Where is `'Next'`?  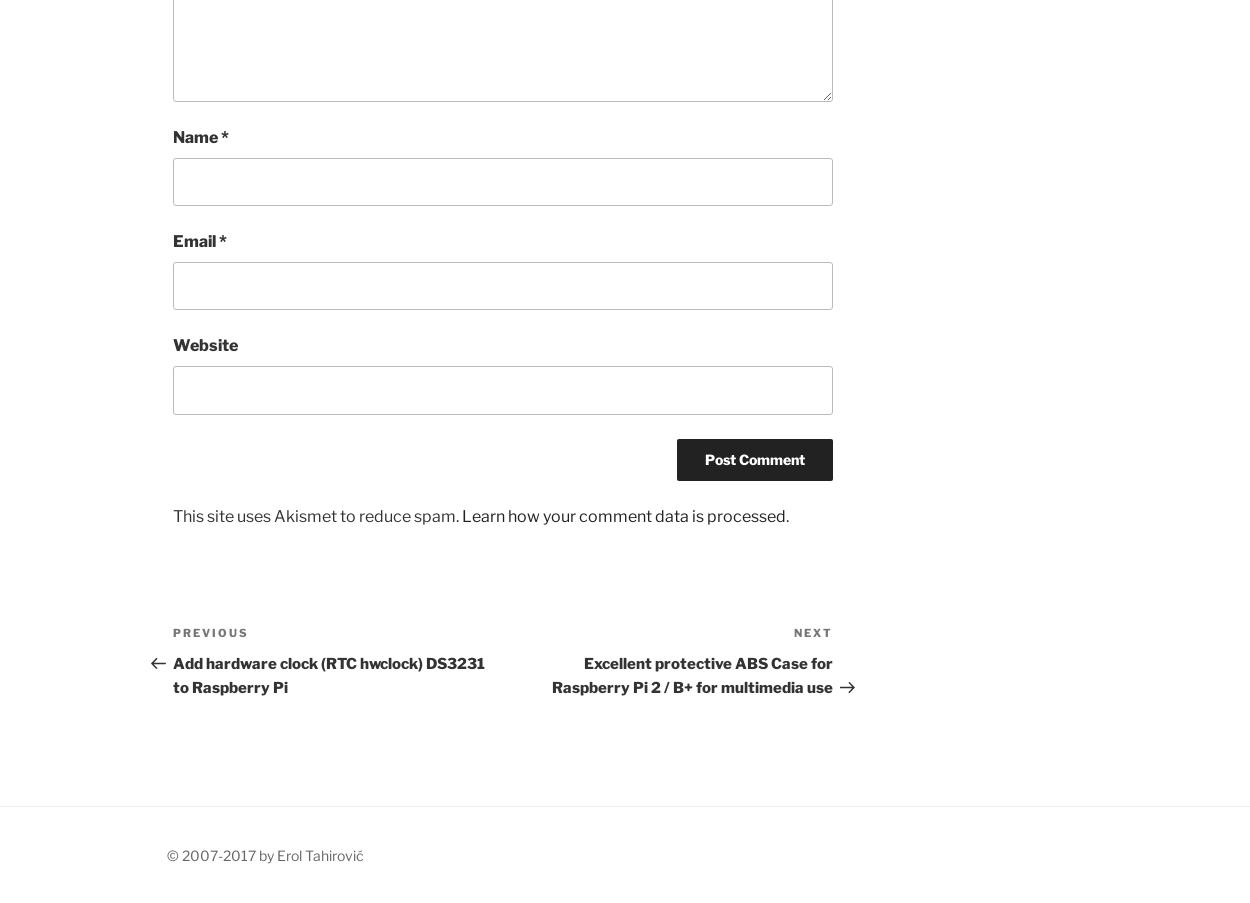
'Next' is located at coordinates (812, 632).